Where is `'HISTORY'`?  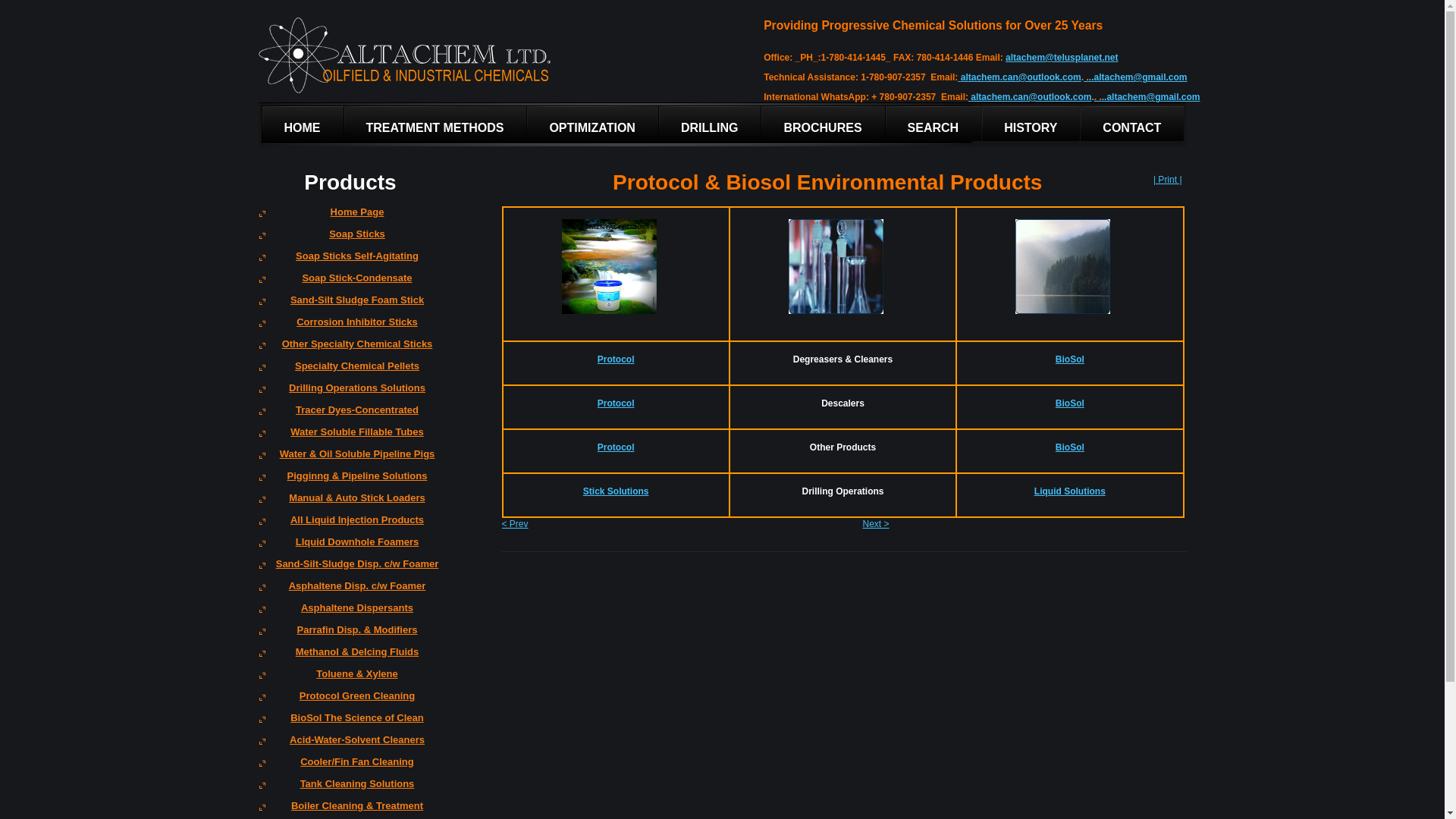
'HISTORY' is located at coordinates (1031, 124).